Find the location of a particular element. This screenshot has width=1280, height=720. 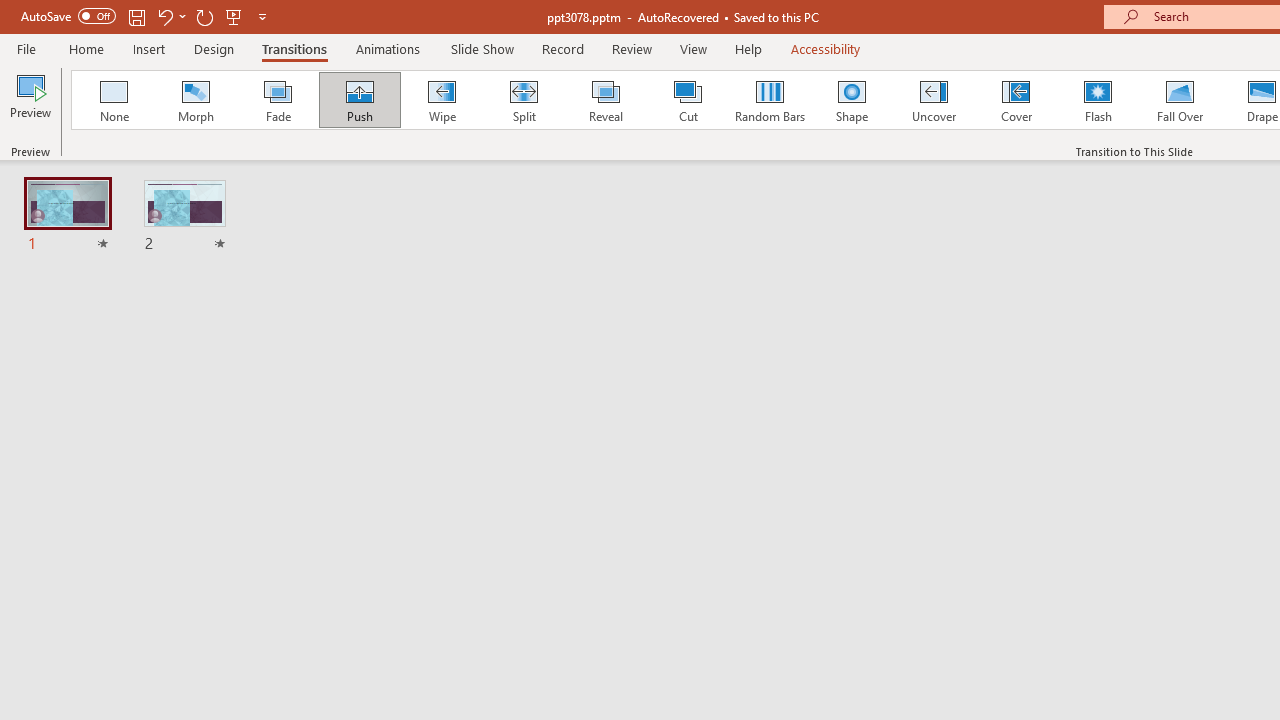

'Cut' is located at coordinates (688, 100).